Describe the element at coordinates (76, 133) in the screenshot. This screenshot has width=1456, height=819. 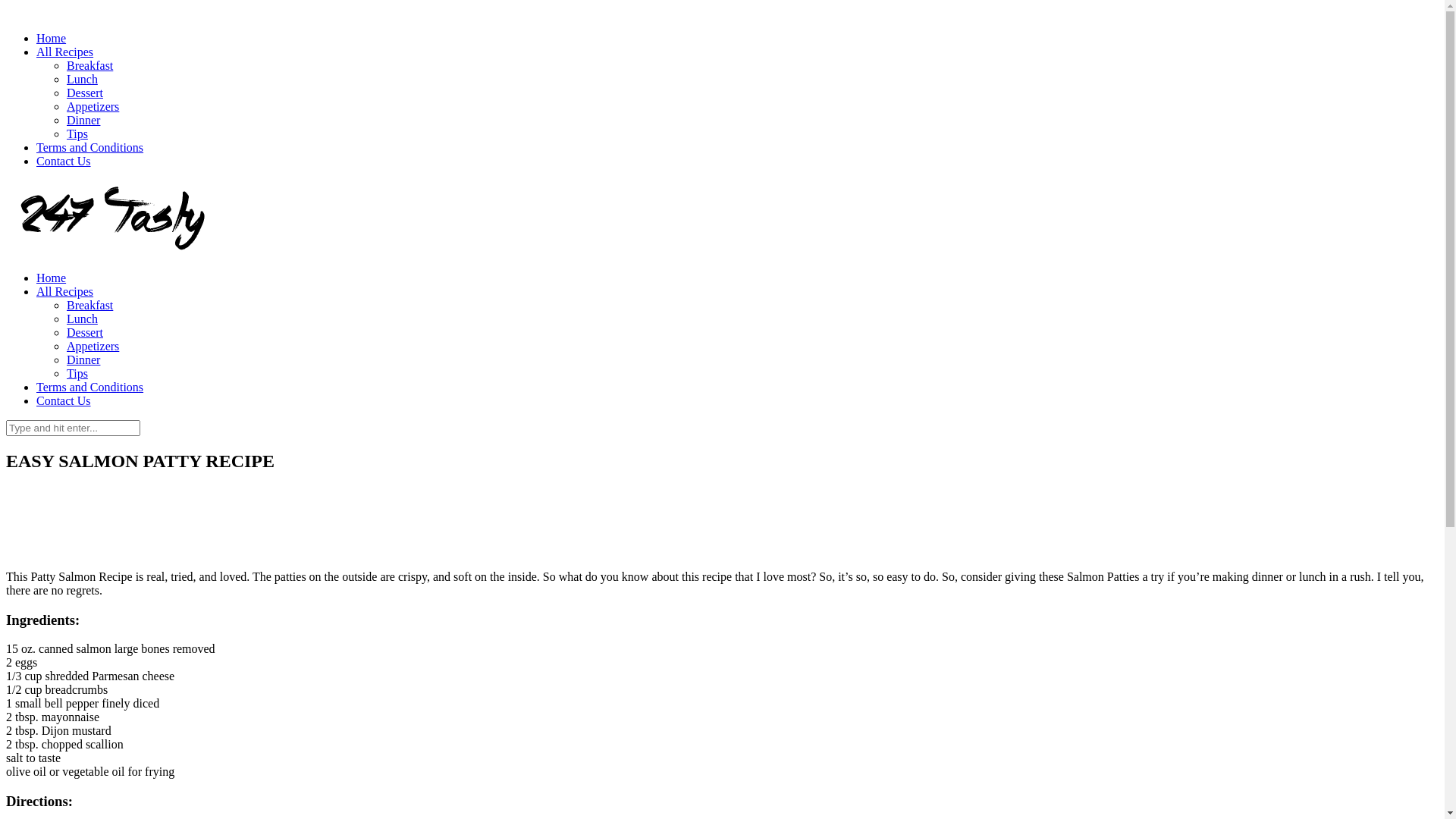
I see `'Tips'` at that location.